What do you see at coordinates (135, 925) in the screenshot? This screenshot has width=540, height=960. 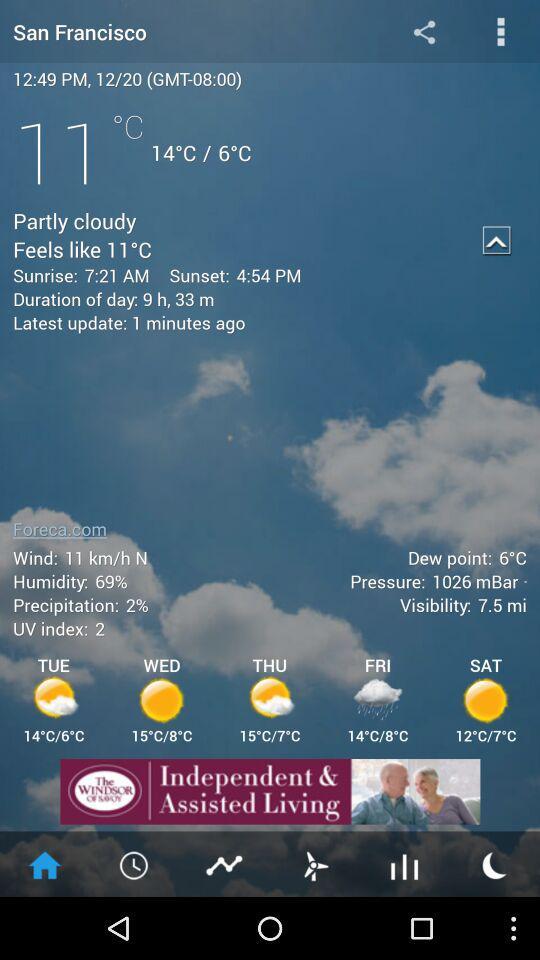 I see `the time icon` at bounding box center [135, 925].